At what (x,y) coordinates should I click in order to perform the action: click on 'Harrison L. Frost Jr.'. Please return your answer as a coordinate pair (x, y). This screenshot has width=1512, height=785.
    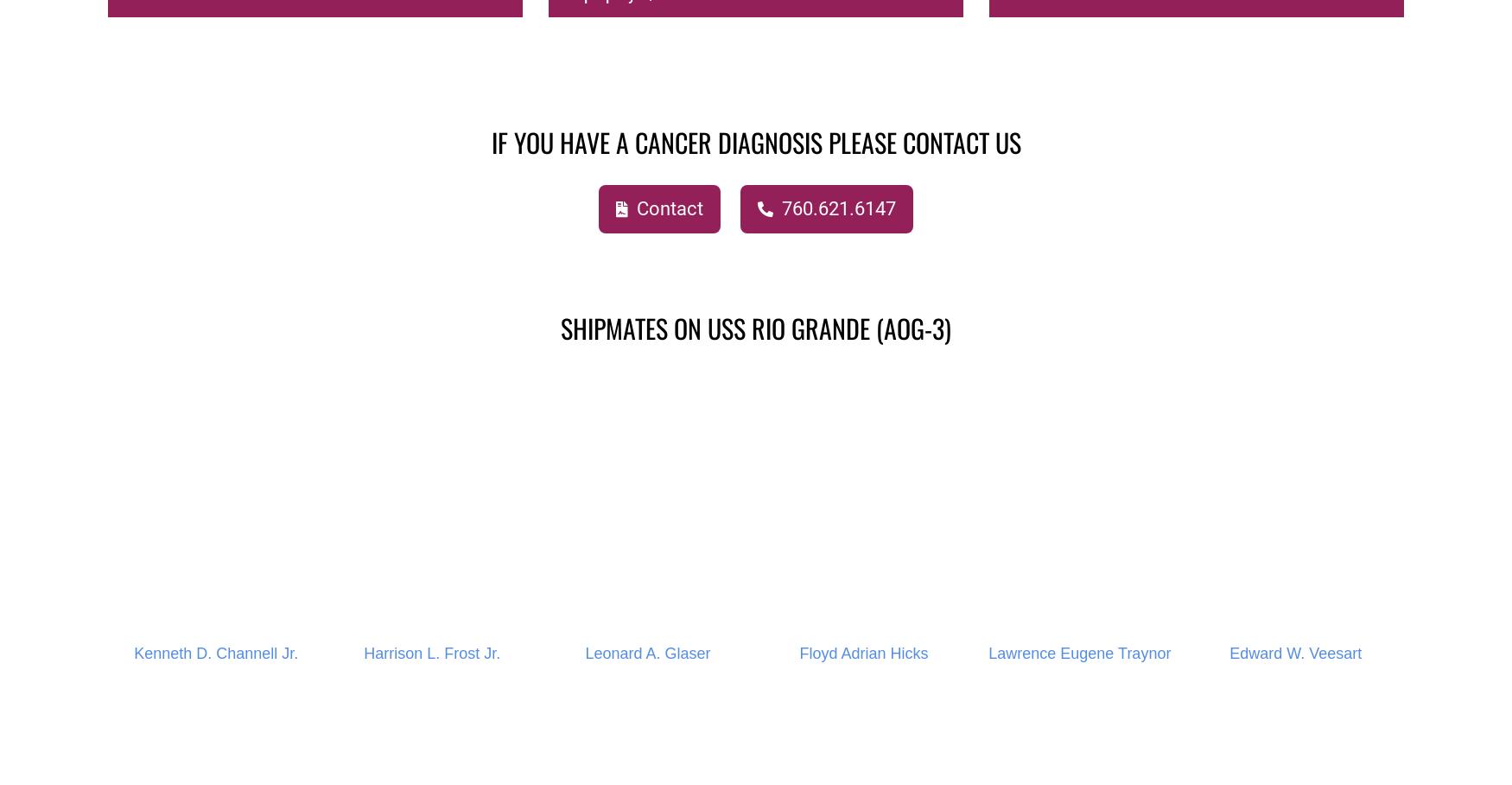
    Looking at the image, I should click on (431, 653).